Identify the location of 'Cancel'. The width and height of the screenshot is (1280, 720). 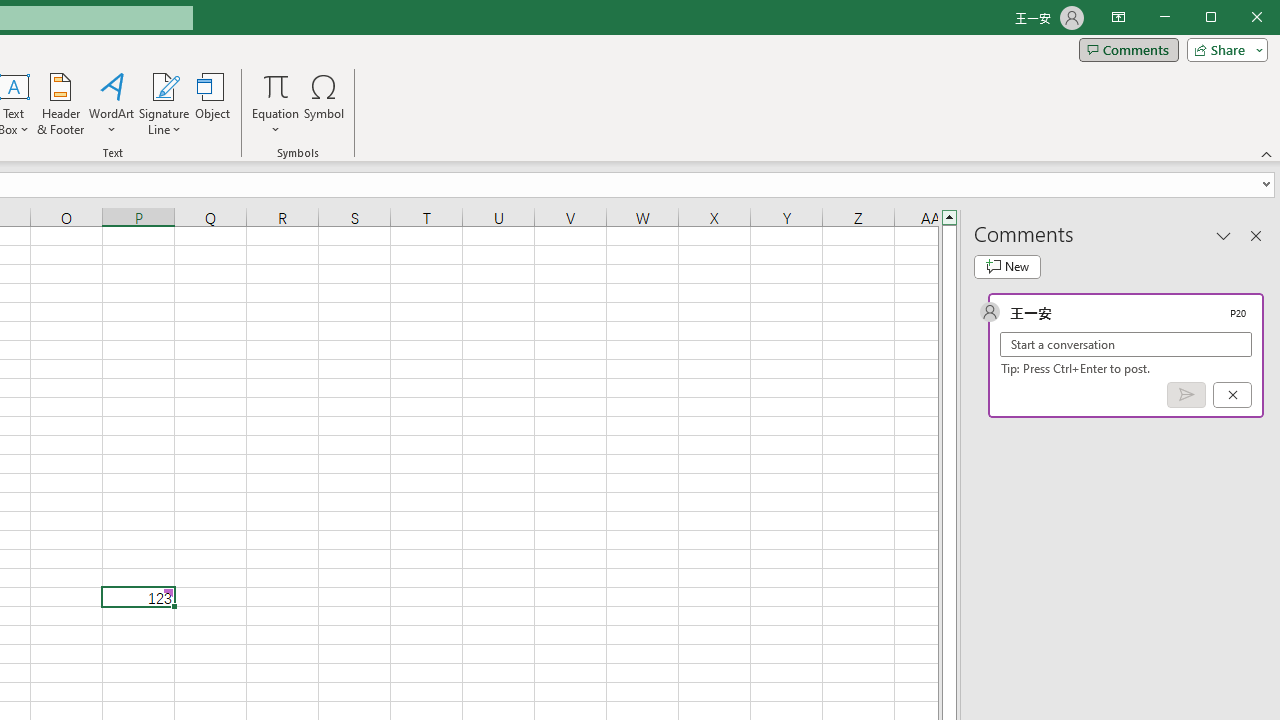
(1231, 395).